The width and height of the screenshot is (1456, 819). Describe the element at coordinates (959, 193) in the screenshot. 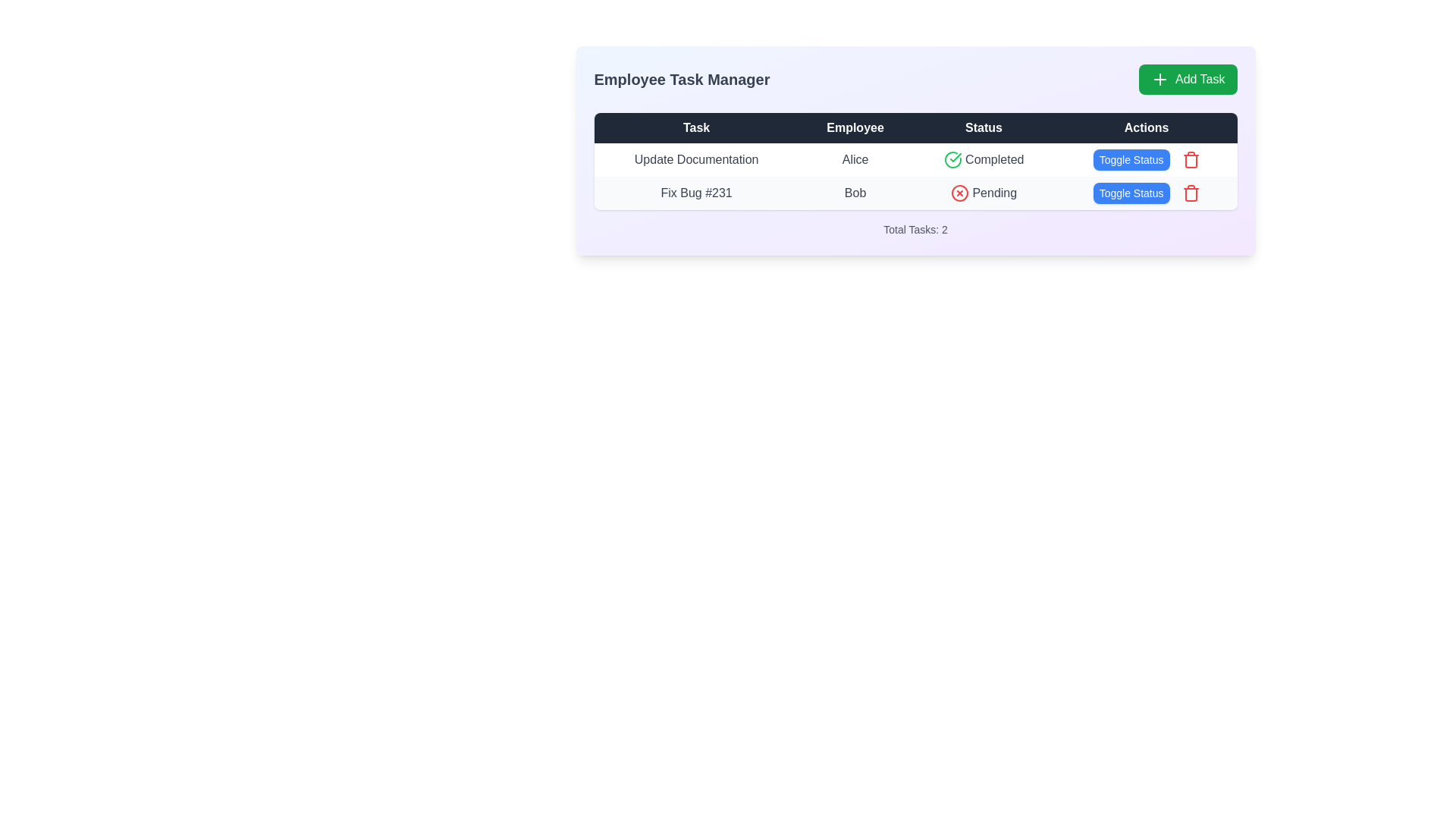

I see `the circular red 'X' icon located in the 'Status' column of the second row beside the text 'Pending'` at that location.